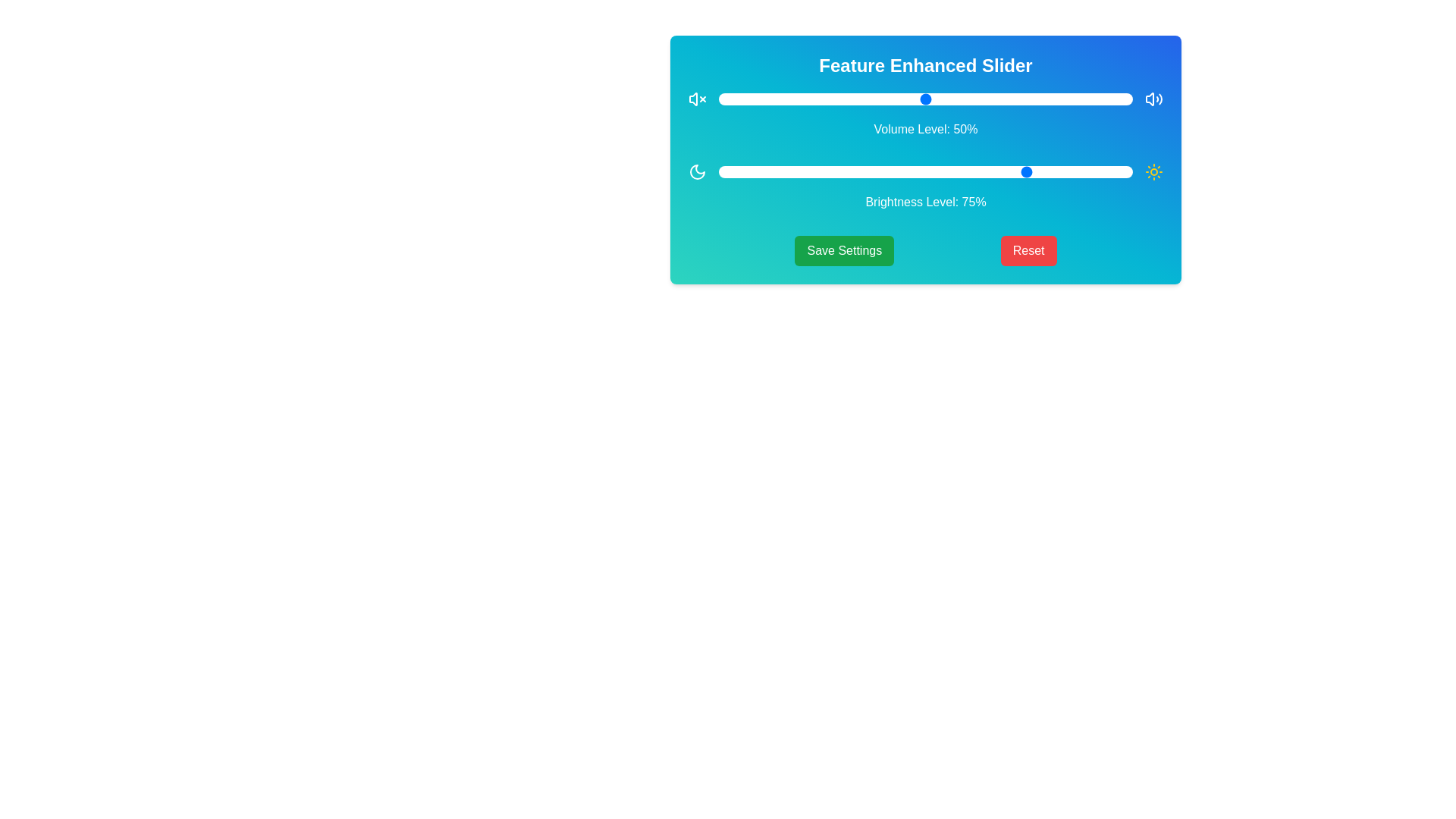 Image resolution: width=1456 pixels, height=819 pixels. What do you see at coordinates (1095, 99) in the screenshot?
I see `the slider value` at bounding box center [1095, 99].